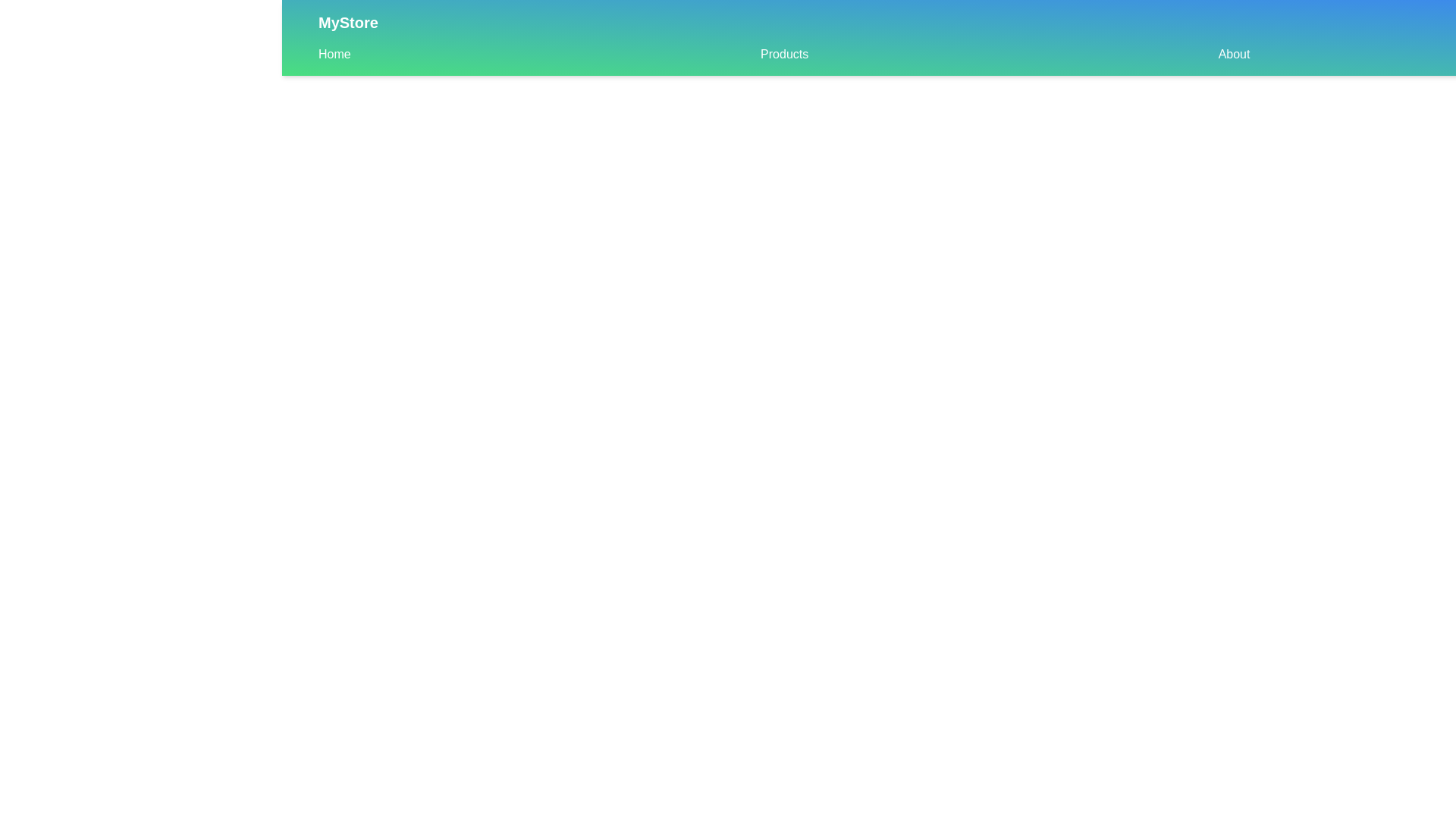  I want to click on the Products navigation link in the sub-navigation bar, so click(784, 54).